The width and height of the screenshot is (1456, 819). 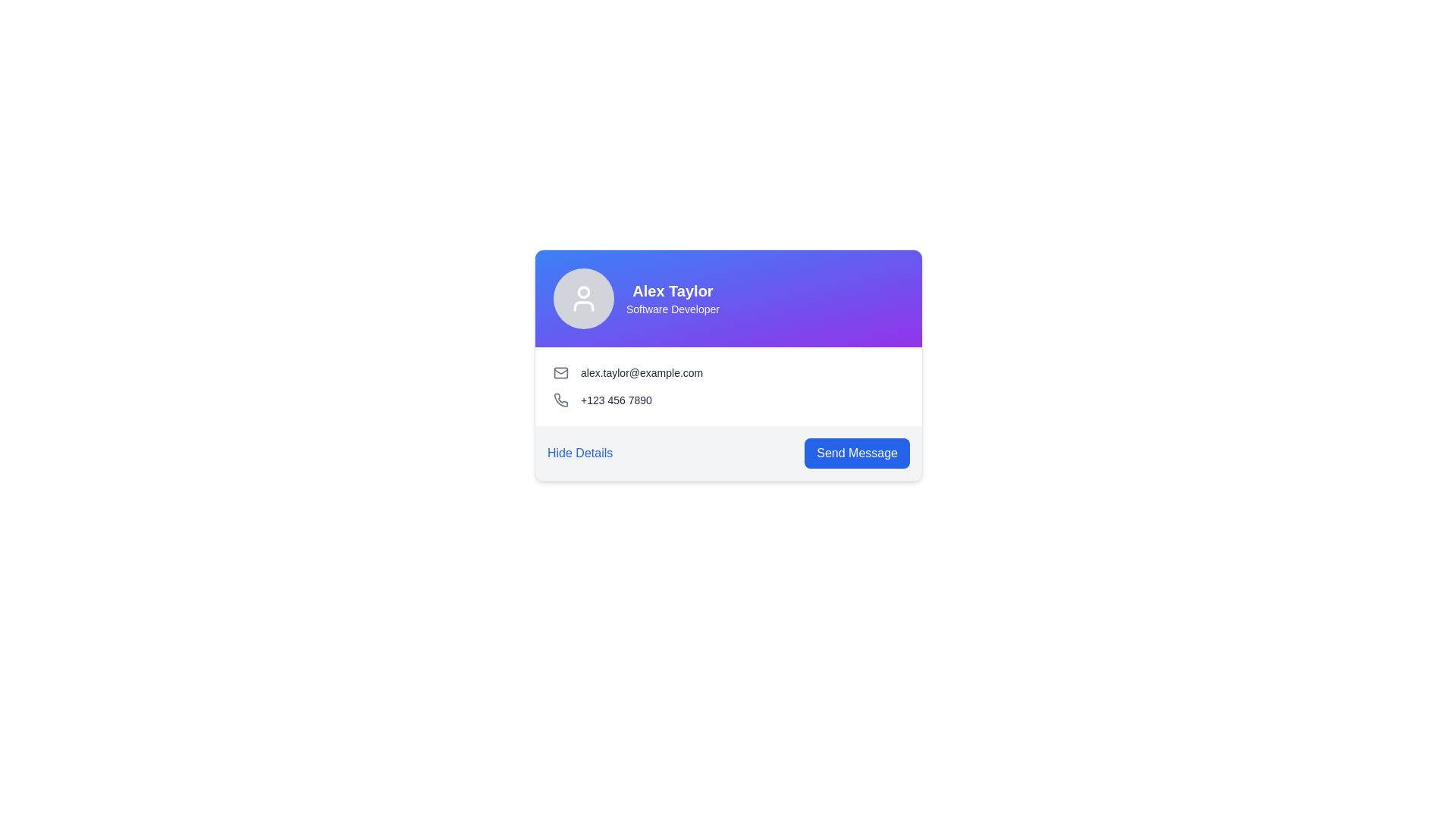 What do you see at coordinates (560, 400) in the screenshot?
I see `the small telephone icon in the contact information section, located adjacent to the phone number '+123 456 7890'` at bounding box center [560, 400].